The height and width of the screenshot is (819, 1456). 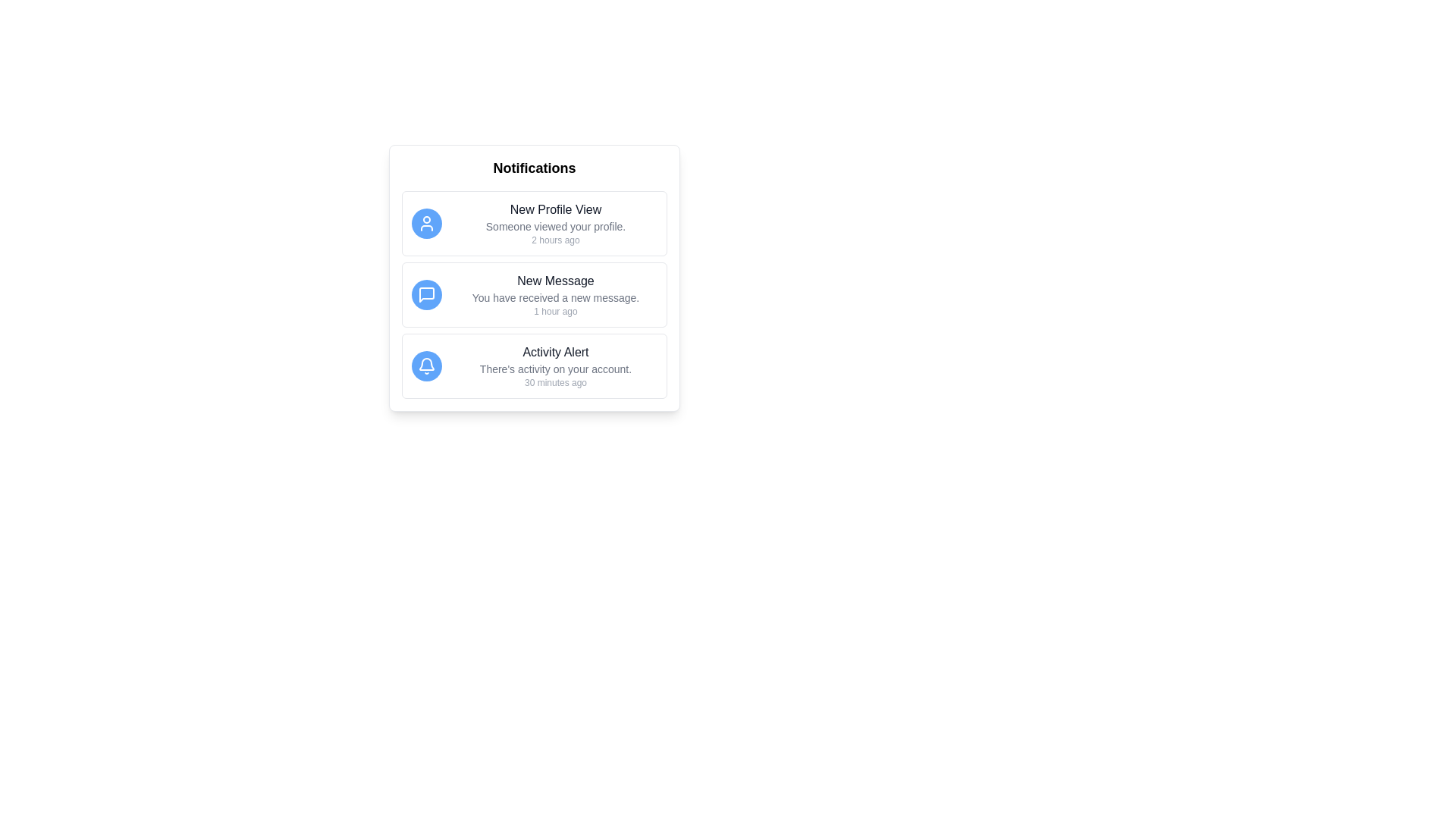 What do you see at coordinates (555, 210) in the screenshot?
I see `the first notification title in the 'Notifications' interface card, which summarizes the content of the notification` at bounding box center [555, 210].